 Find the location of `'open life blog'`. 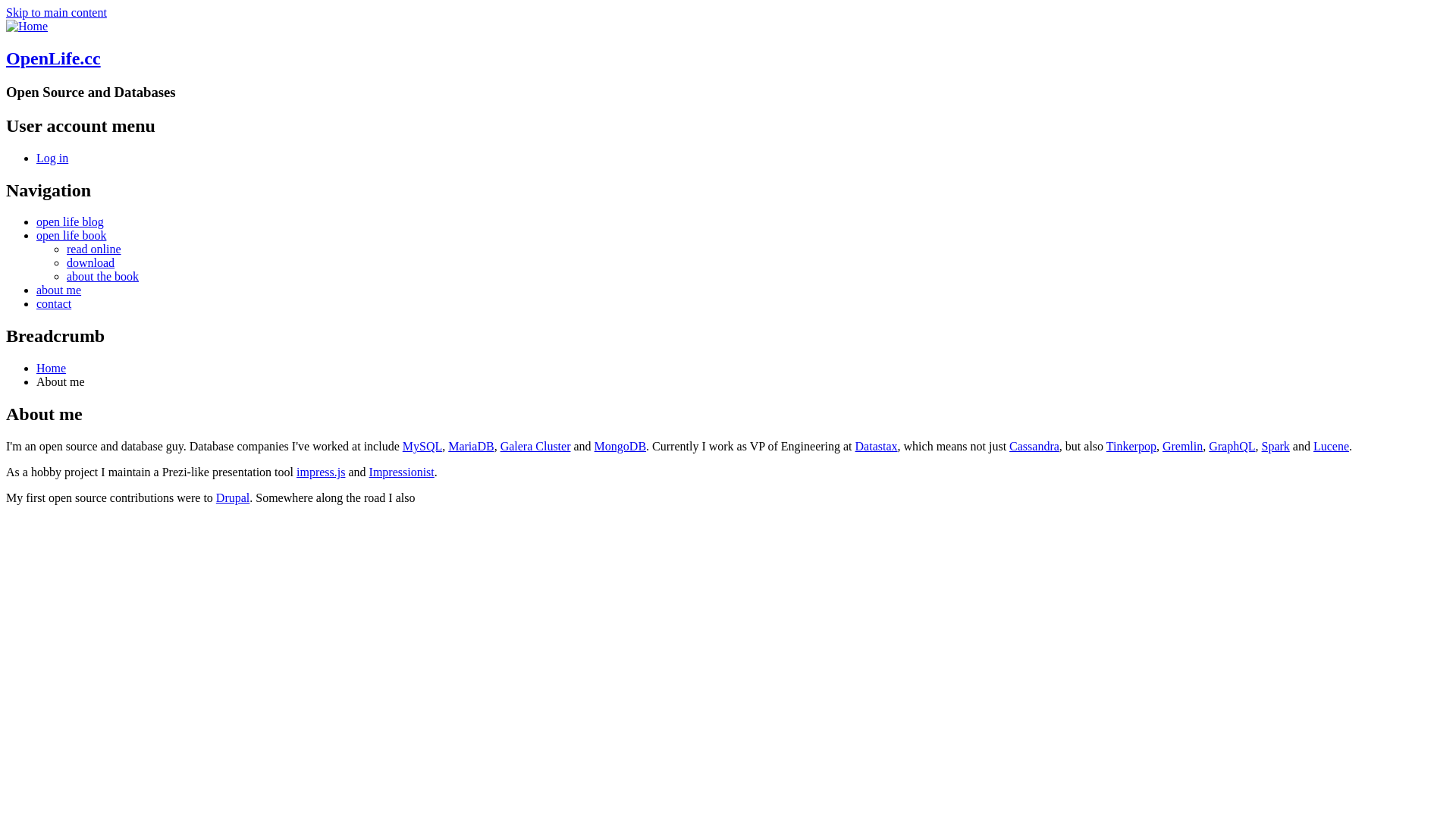

'open life blog' is located at coordinates (69, 221).